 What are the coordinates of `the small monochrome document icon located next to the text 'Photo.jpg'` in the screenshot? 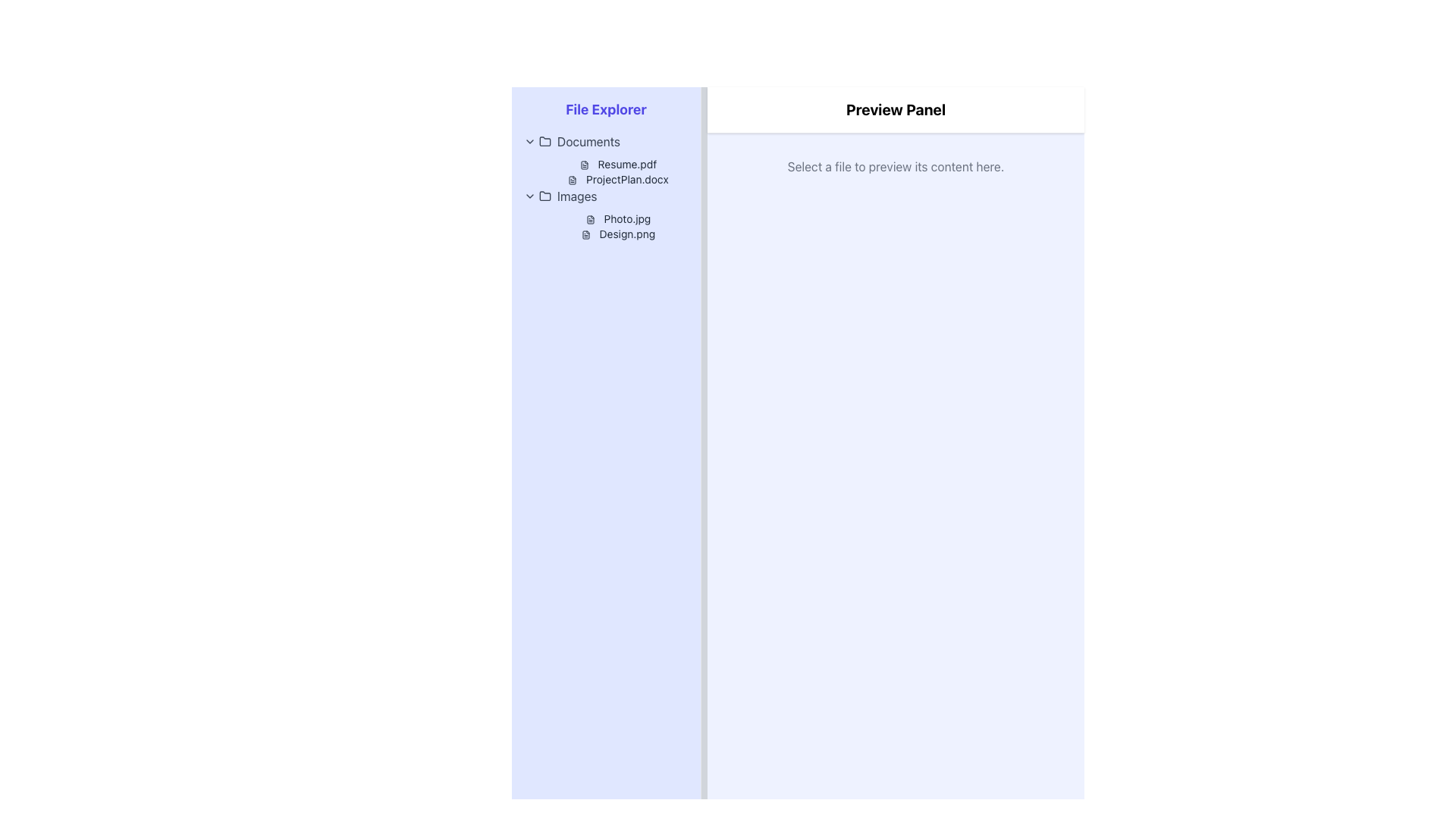 It's located at (589, 220).